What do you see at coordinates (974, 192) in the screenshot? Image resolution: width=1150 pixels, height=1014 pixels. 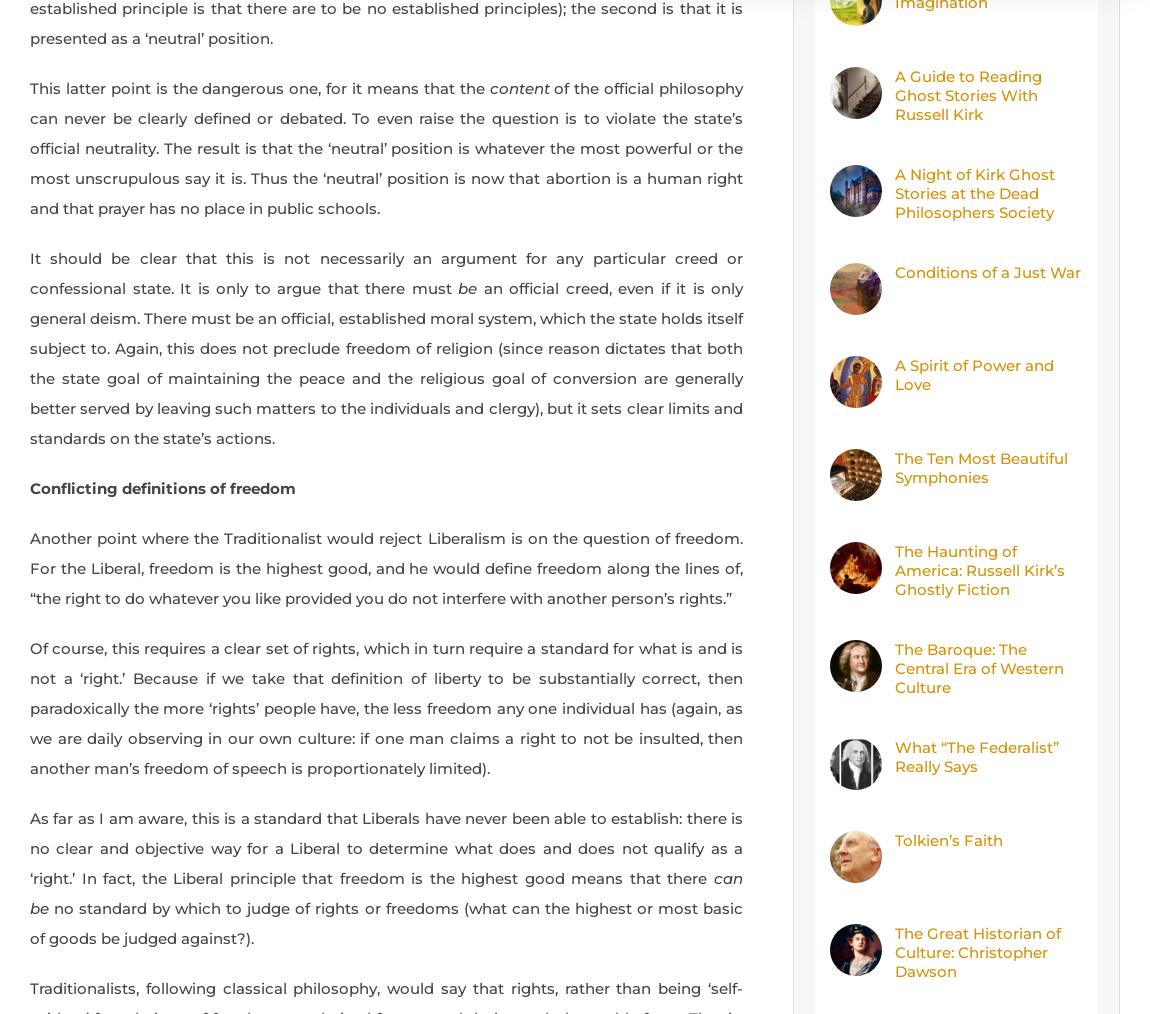 I see `'A Night of Kirk Ghost Stories at the Dead Philosophers Society'` at bounding box center [974, 192].